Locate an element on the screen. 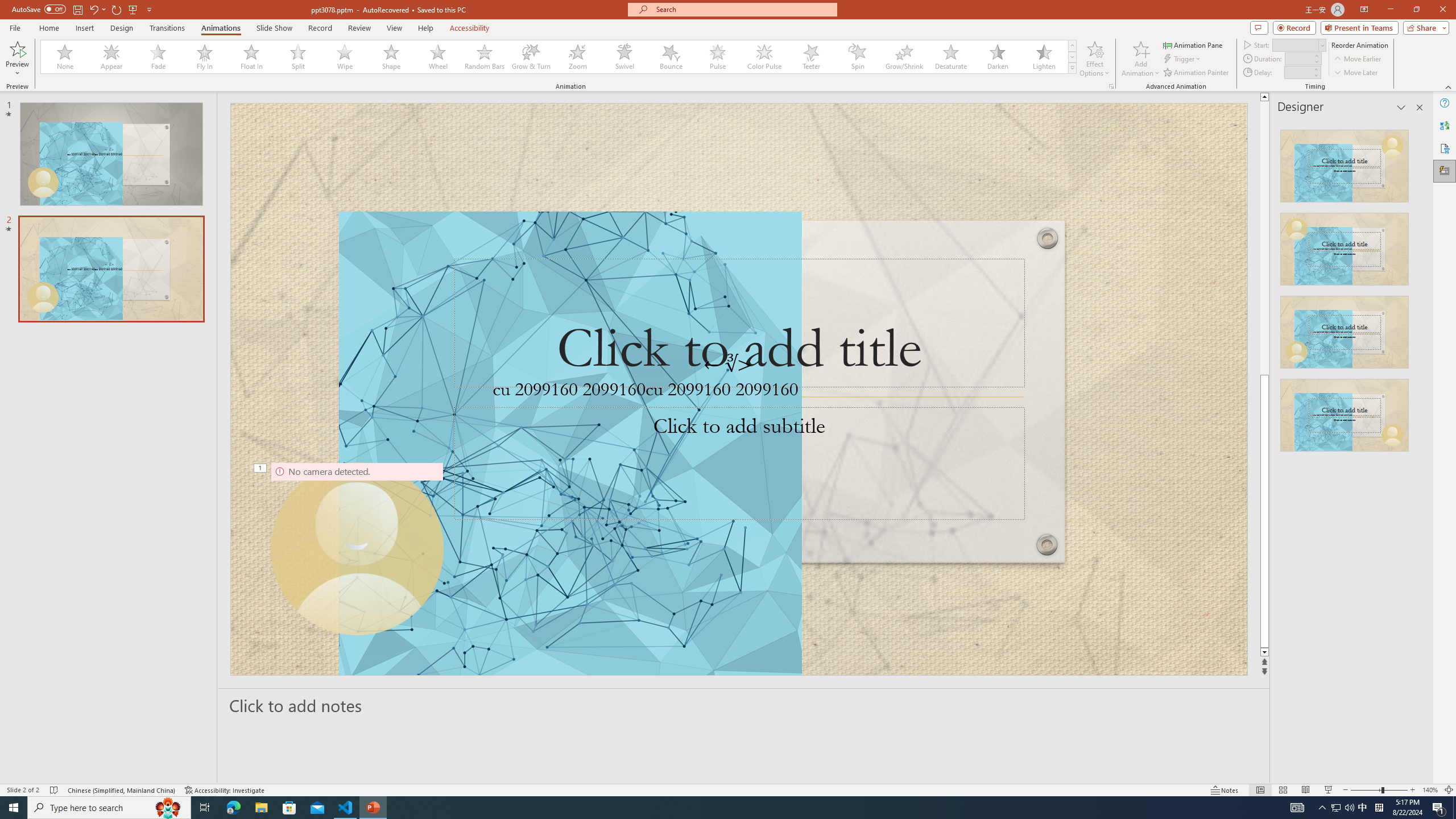 Image resolution: width=1456 pixels, height=819 pixels. 'Color Pulse' is located at coordinates (764, 56).